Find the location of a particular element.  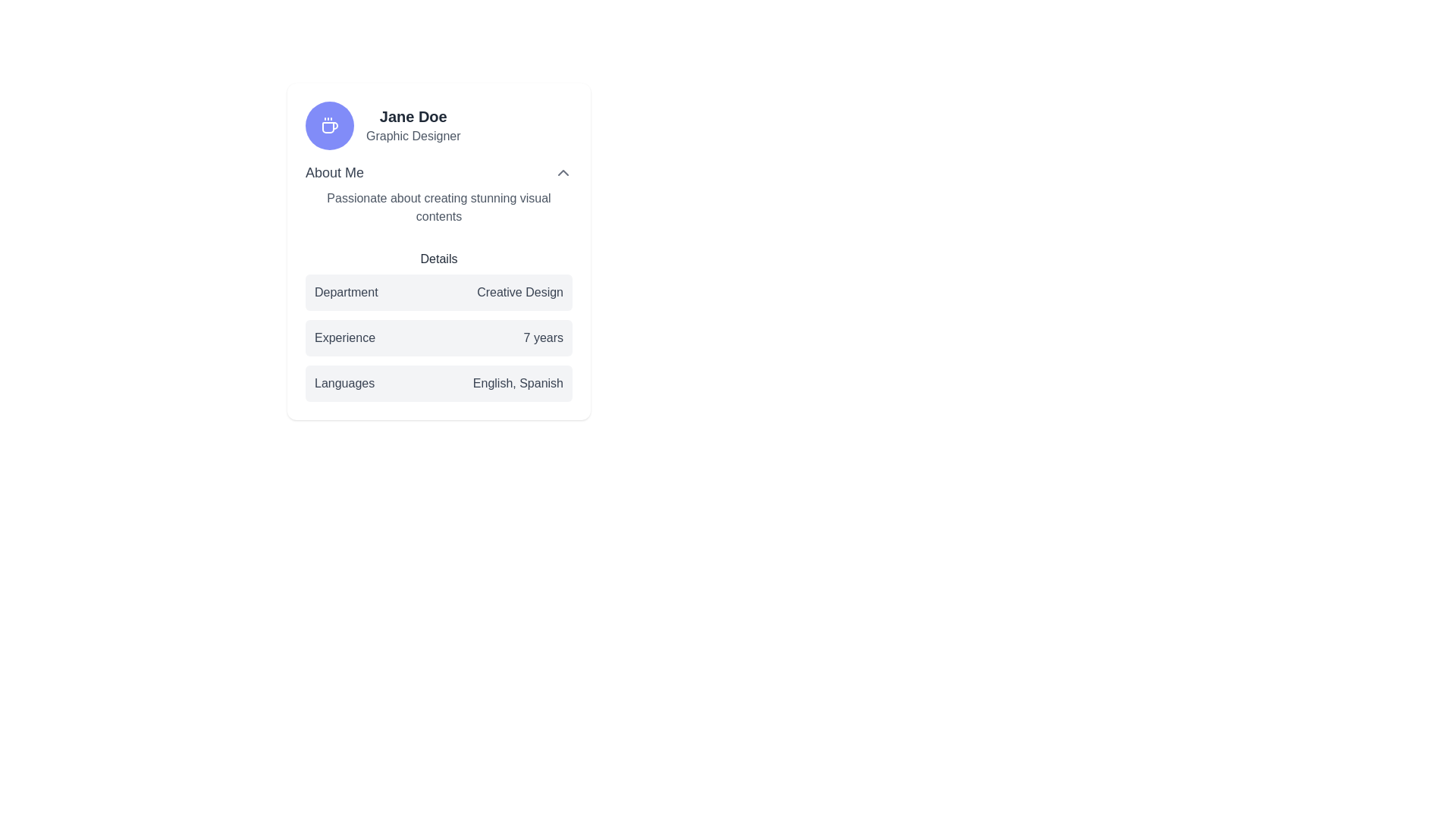

text content of the gray text block displaying 'Passionate about creating stunning visual contents', located below the 'About Me' heading in the user profile card is located at coordinates (438, 207).